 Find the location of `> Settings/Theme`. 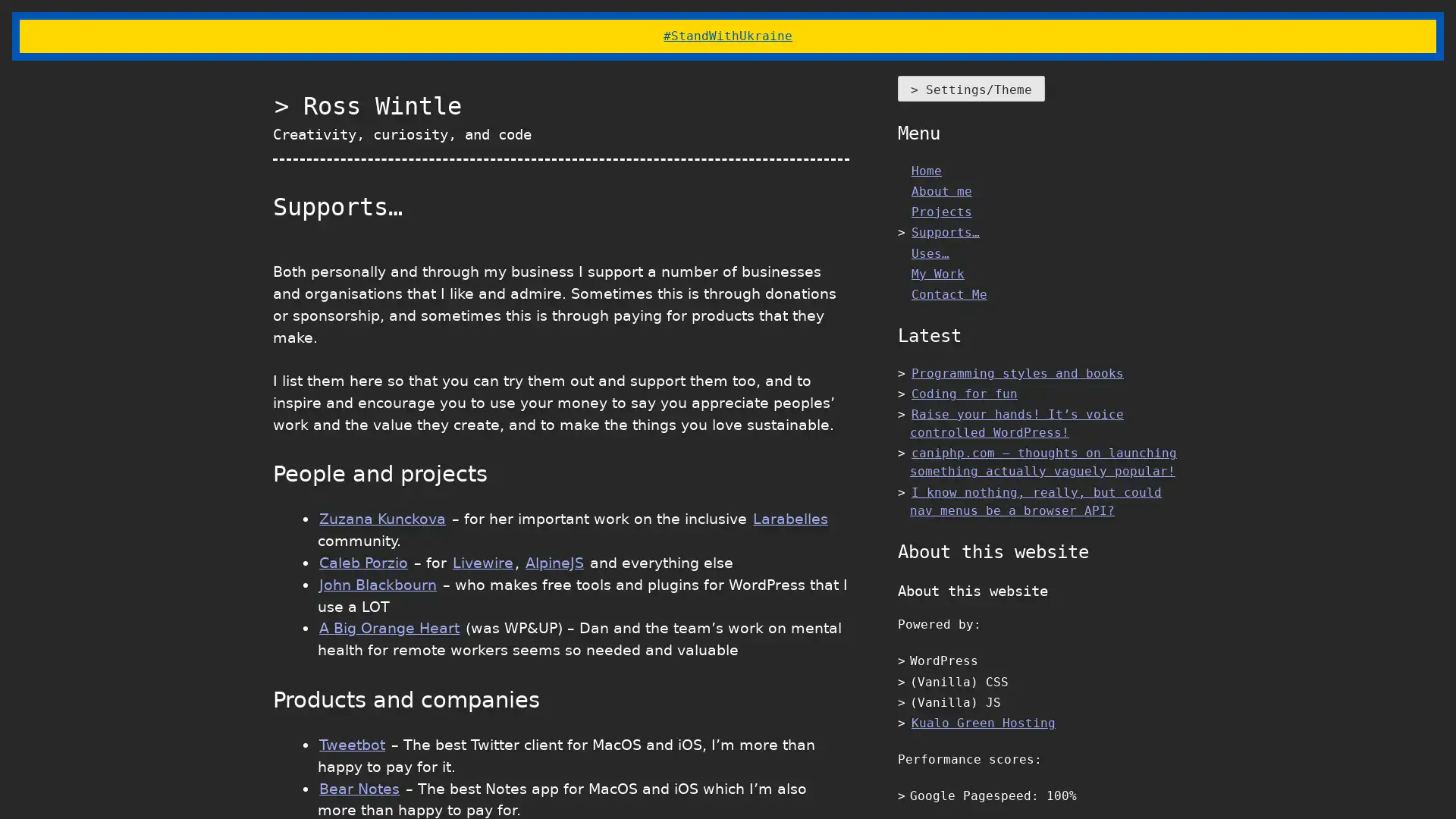

> Settings/Theme is located at coordinates (971, 88).